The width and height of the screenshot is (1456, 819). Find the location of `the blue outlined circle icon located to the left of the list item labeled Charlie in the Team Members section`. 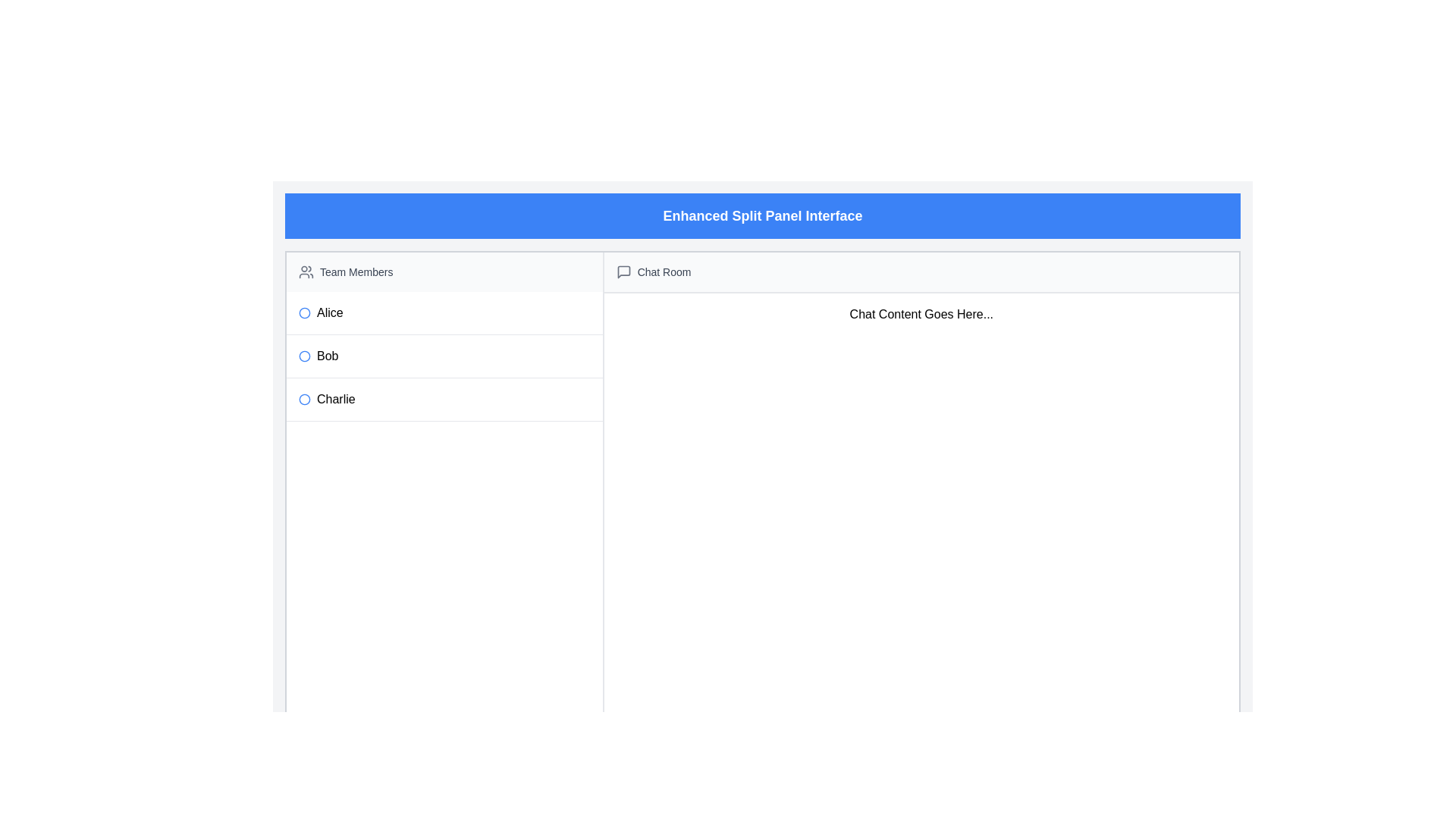

the blue outlined circle icon located to the left of the list item labeled Charlie in the Team Members section is located at coordinates (304, 399).